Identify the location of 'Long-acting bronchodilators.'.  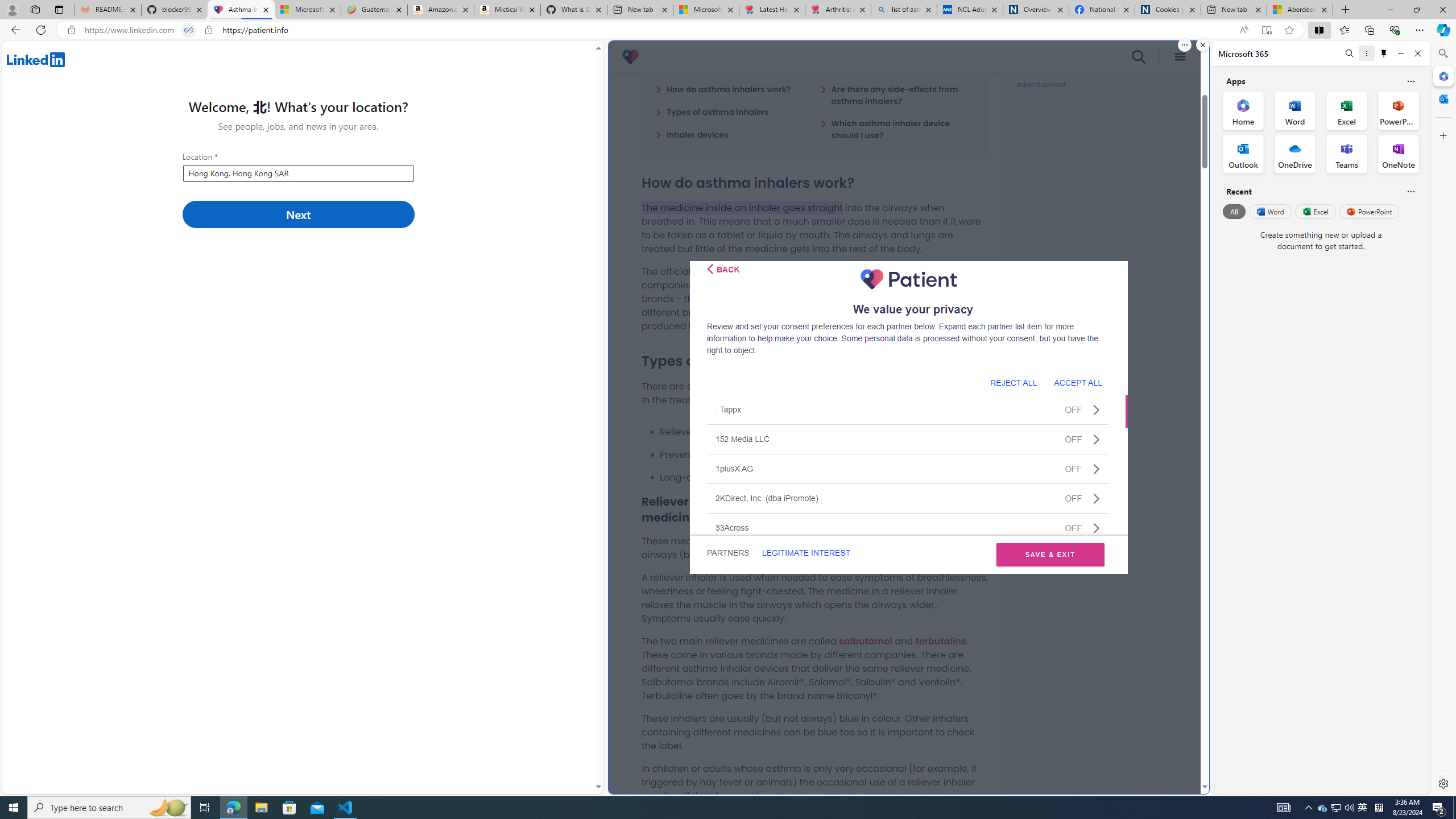
(823, 477).